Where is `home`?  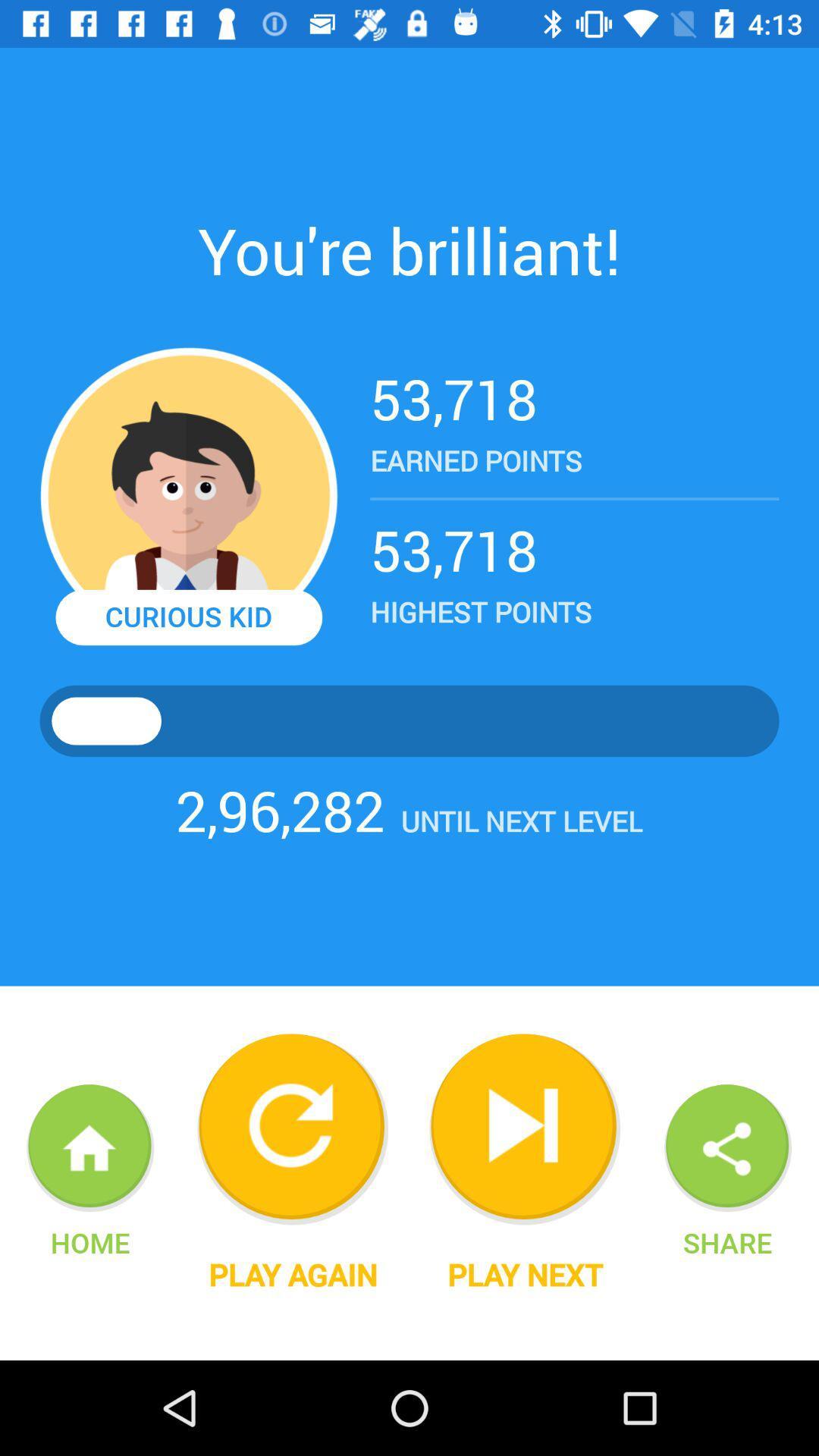 home is located at coordinates (90, 1242).